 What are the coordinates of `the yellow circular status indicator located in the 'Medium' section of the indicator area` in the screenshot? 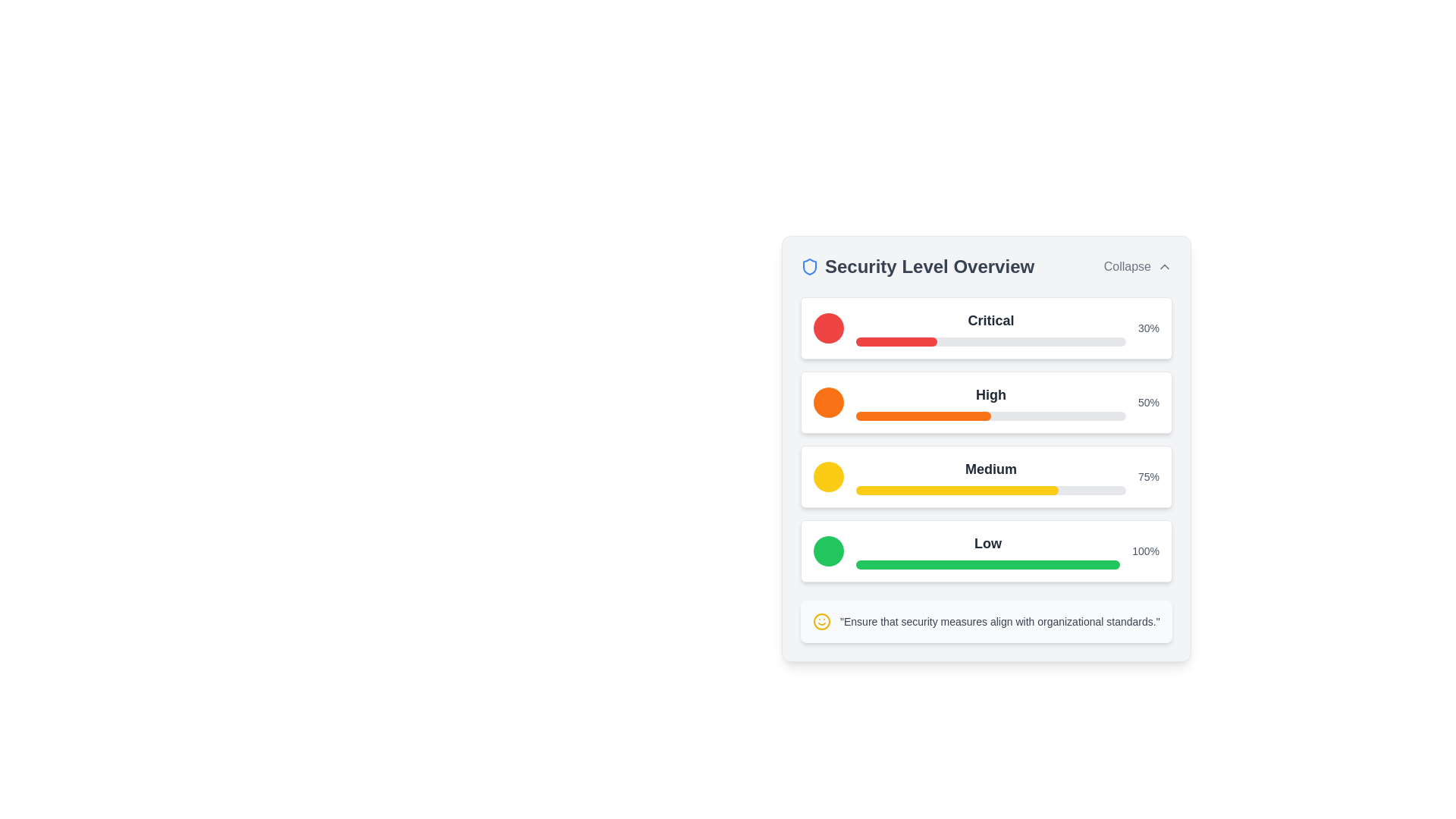 It's located at (828, 475).